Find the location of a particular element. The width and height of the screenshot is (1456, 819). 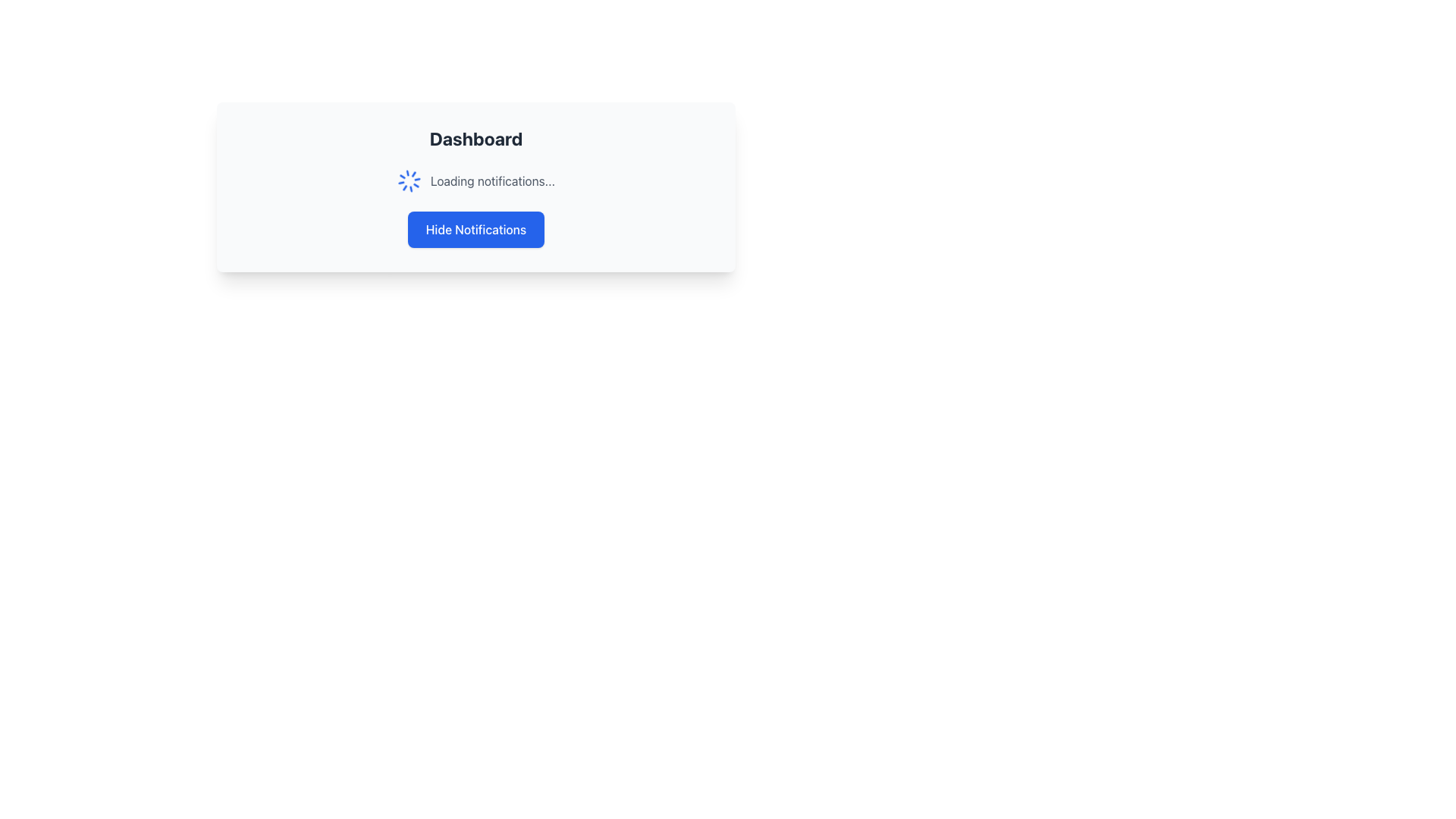

the informational text element with an animated icon that indicates the system is loading notifications is located at coordinates (475, 180).